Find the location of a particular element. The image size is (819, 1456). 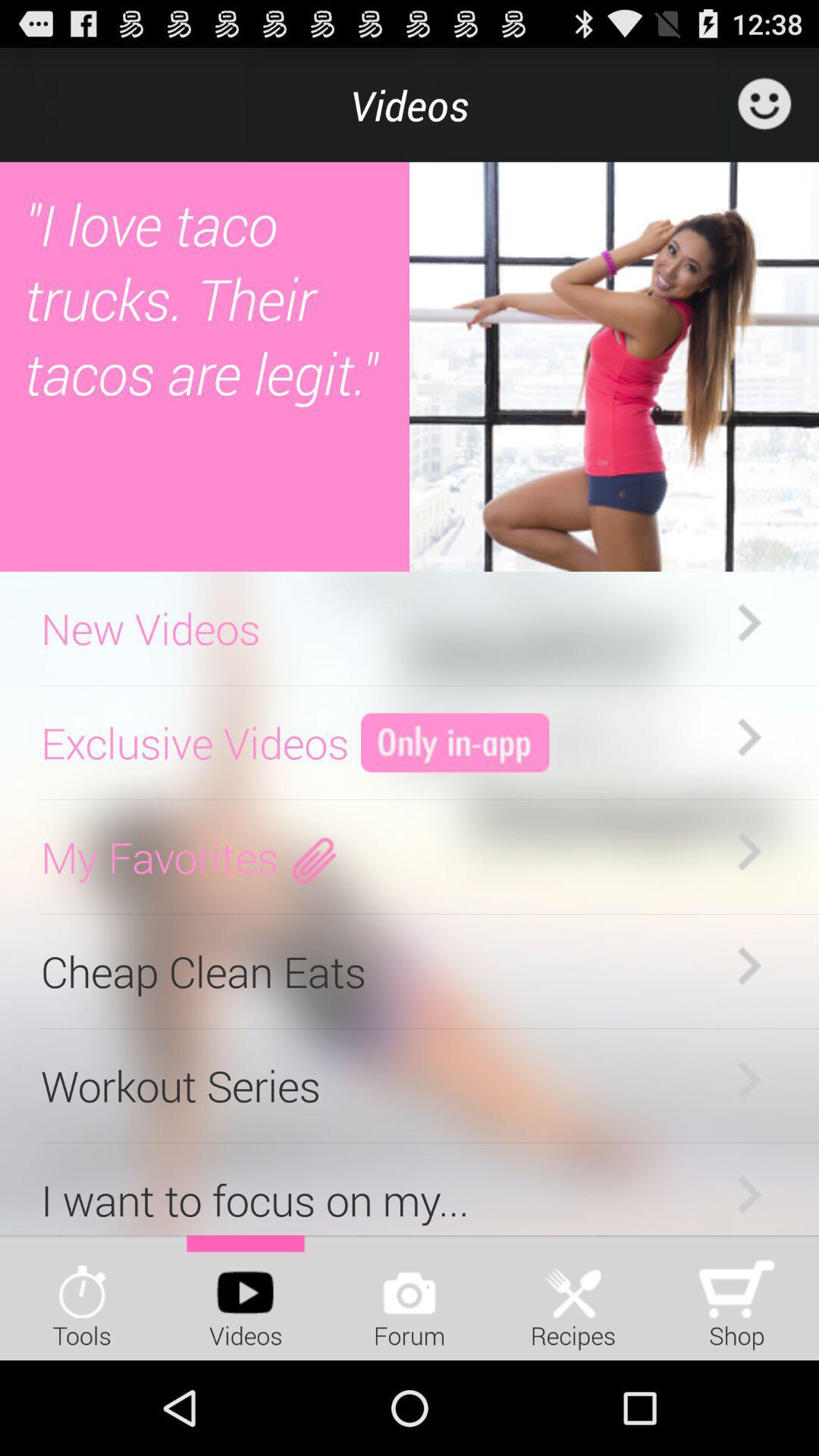

the emoji icon is located at coordinates (764, 111).